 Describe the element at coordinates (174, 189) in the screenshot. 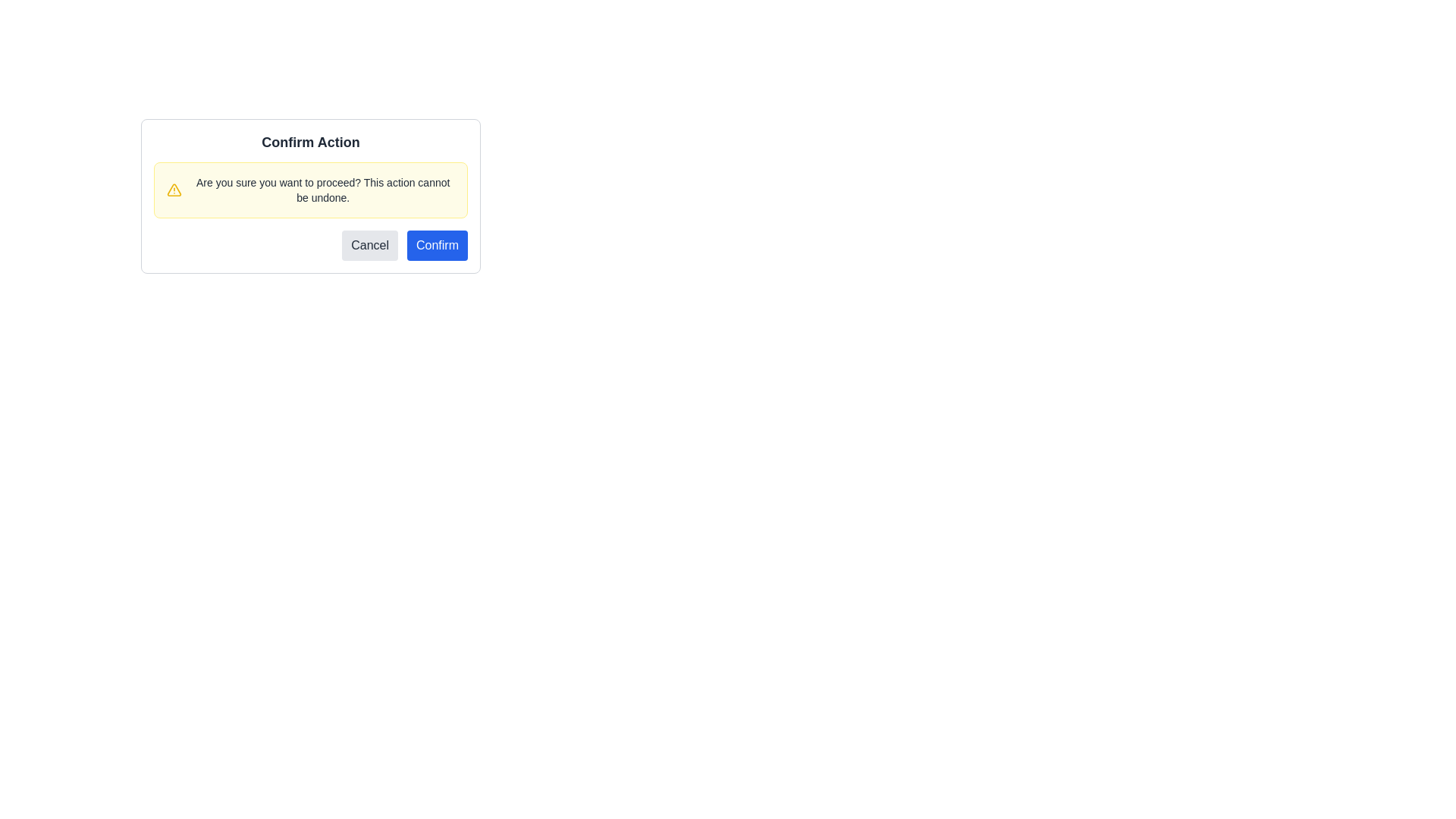

I see `the triangular warning icon with a yellow fill and hollow outline located within the alert box of a confirmation prompt` at that location.